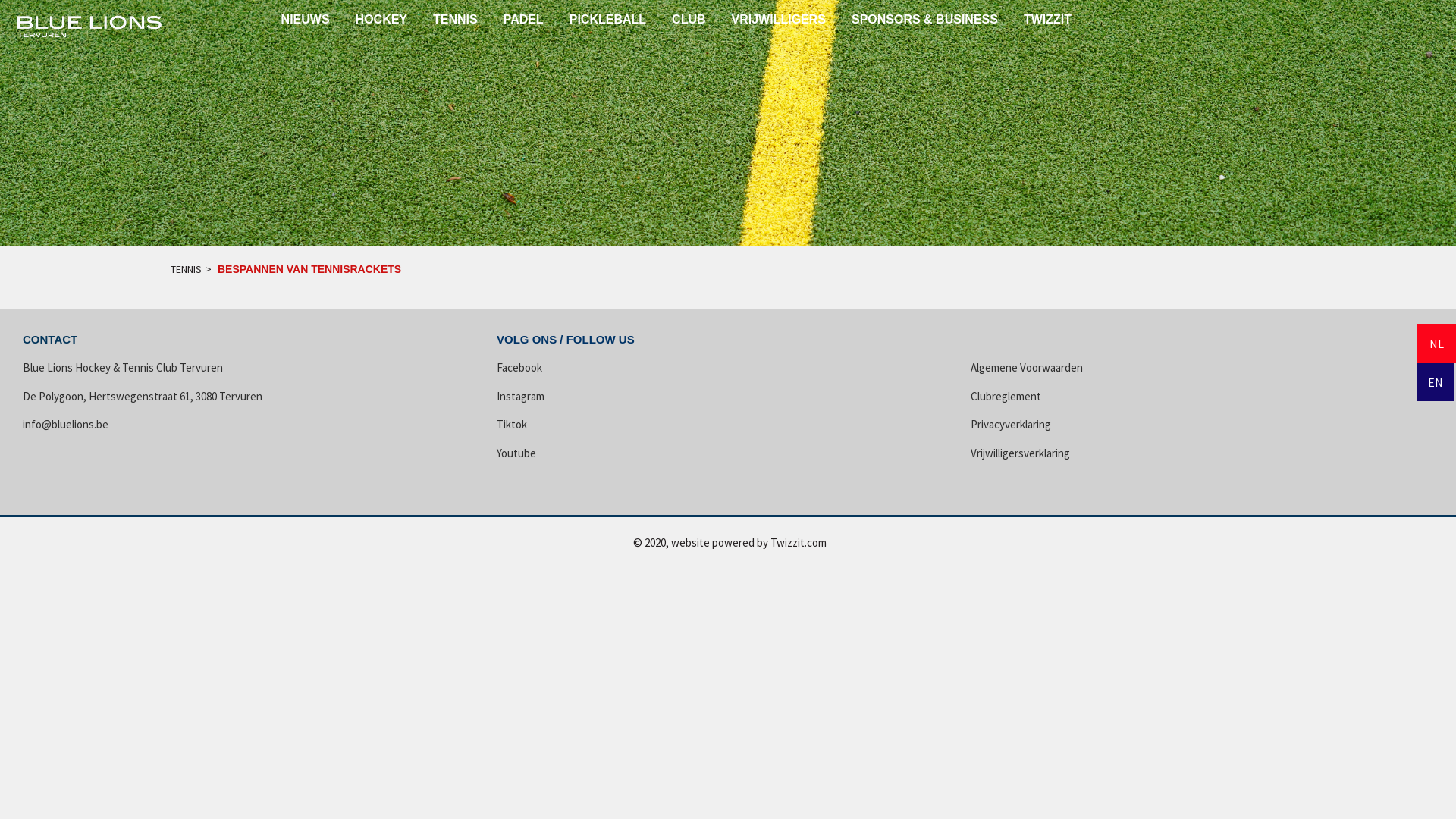  What do you see at coordinates (607, 20) in the screenshot?
I see `'PICKLEBALL'` at bounding box center [607, 20].